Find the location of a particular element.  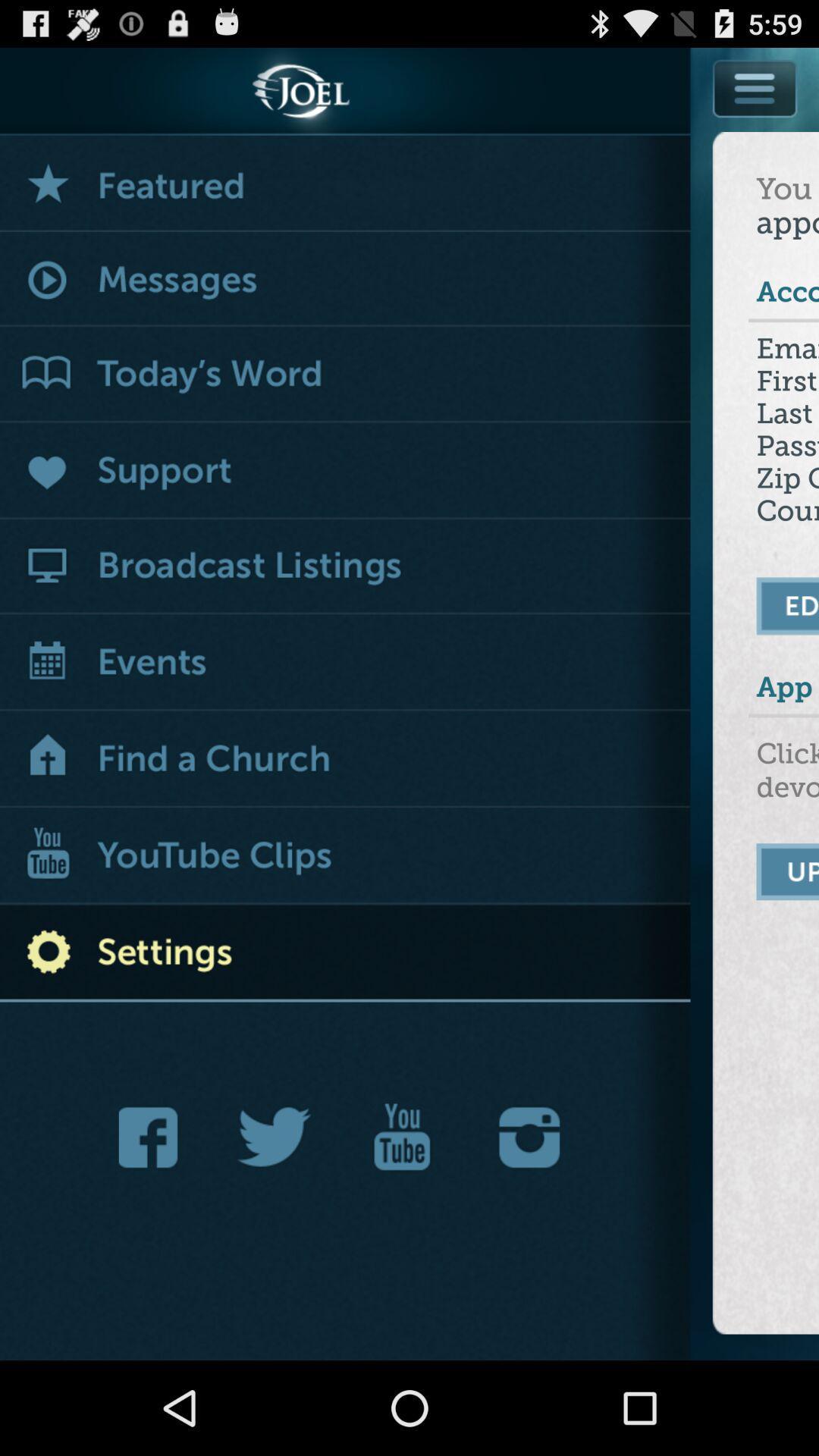

open sidebar is located at coordinates (756, 87).